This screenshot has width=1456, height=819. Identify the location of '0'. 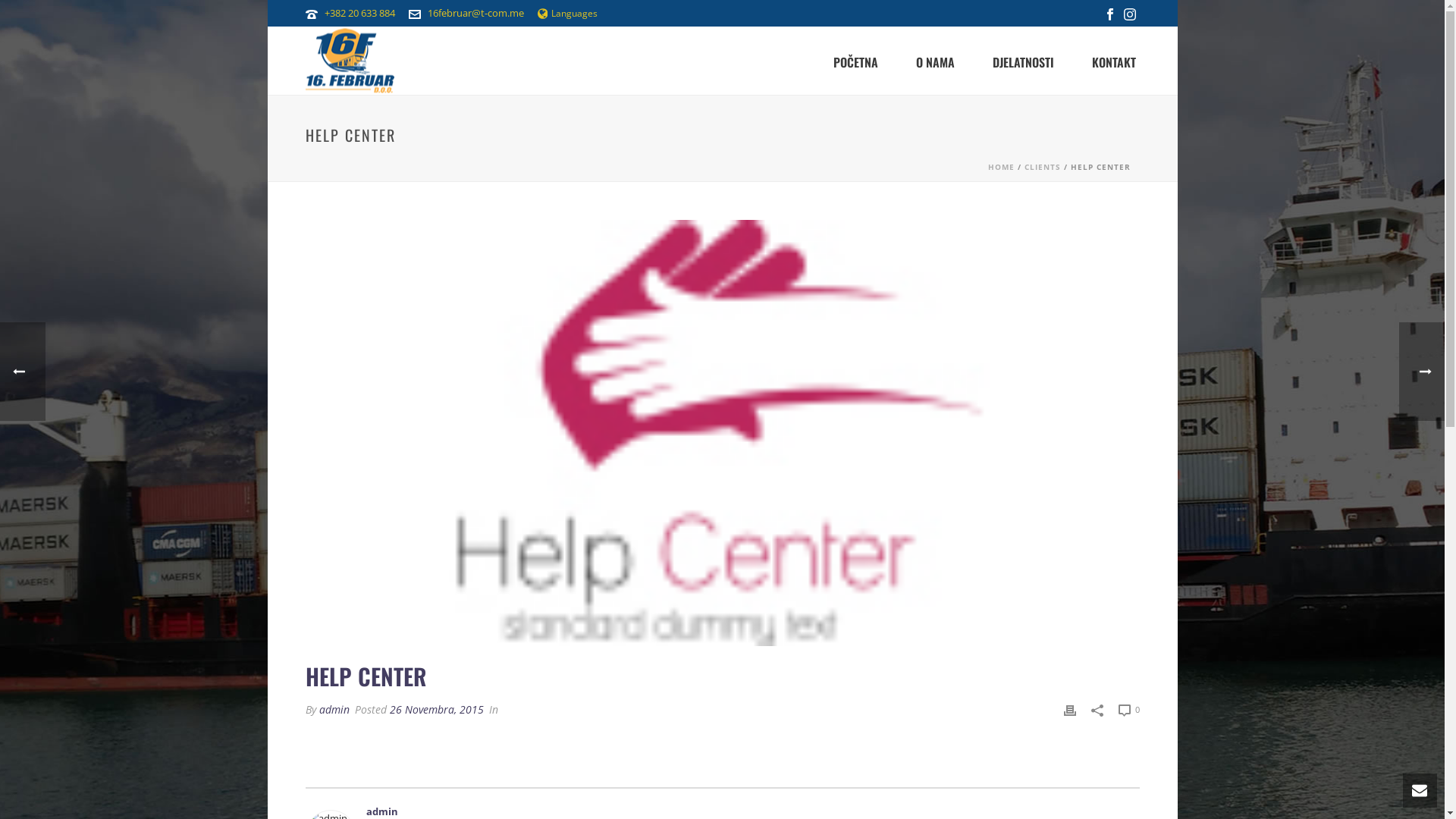
(1128, 710).